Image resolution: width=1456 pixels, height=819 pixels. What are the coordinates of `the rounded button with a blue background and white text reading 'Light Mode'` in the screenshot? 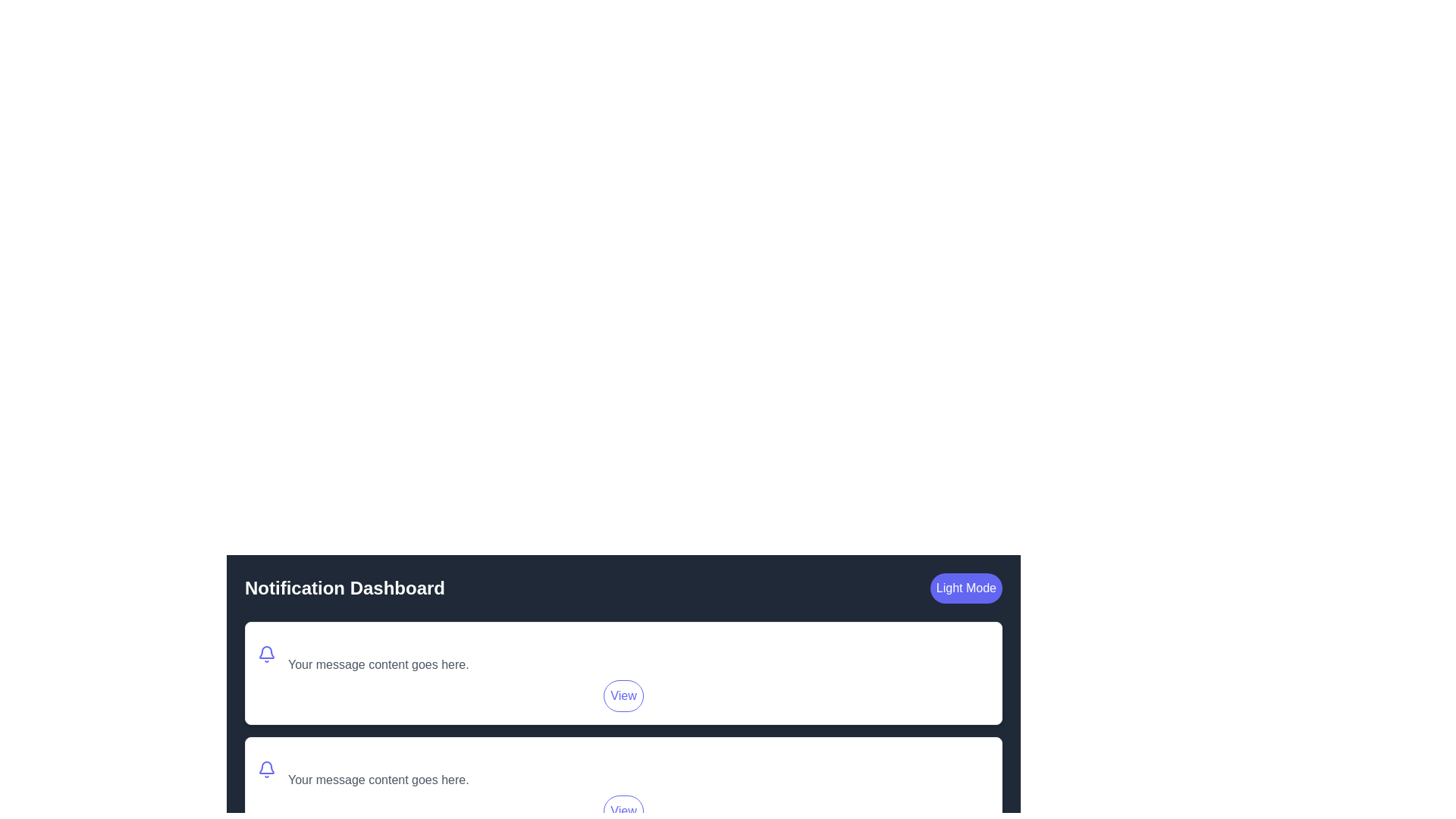 It's located at (965, 587).